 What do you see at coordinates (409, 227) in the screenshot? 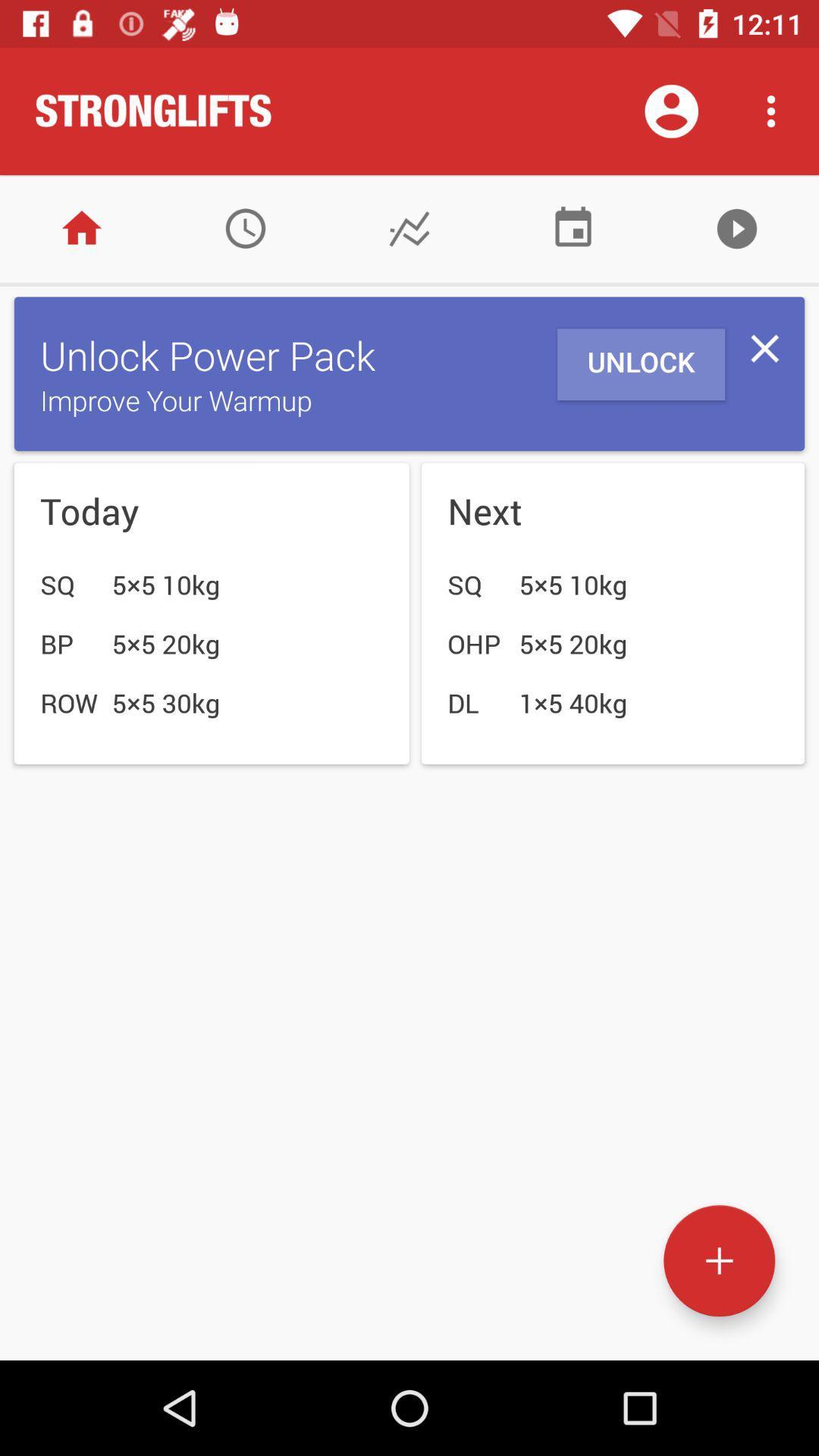
I see `status check` at bounding box center [409, 227].